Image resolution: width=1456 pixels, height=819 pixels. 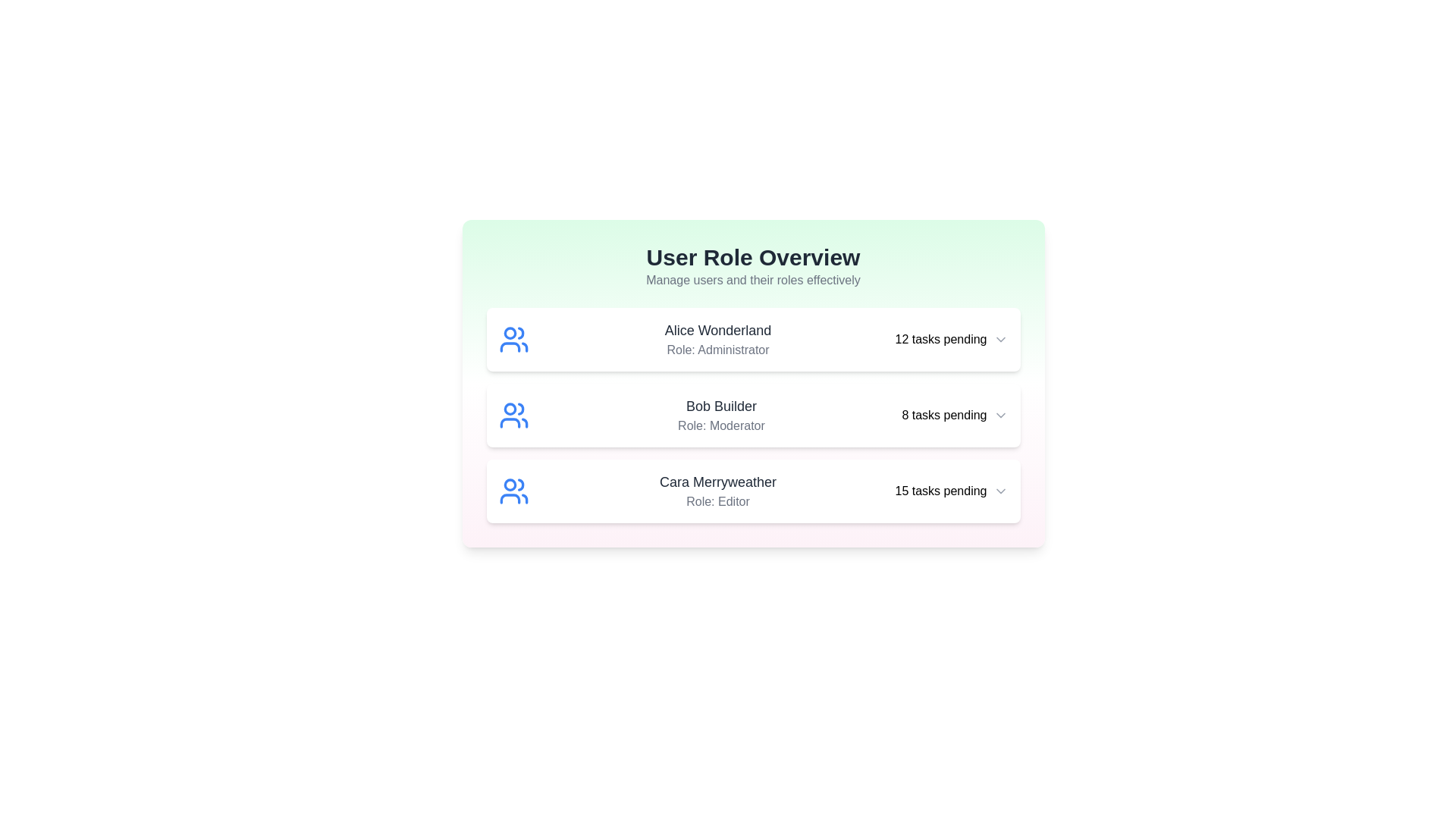 What do you see at coordinates (1000, 415) in the screenshot?
I see `the dropdown icon for Bob Builder to view more options` at bounding box center [1000, 415].